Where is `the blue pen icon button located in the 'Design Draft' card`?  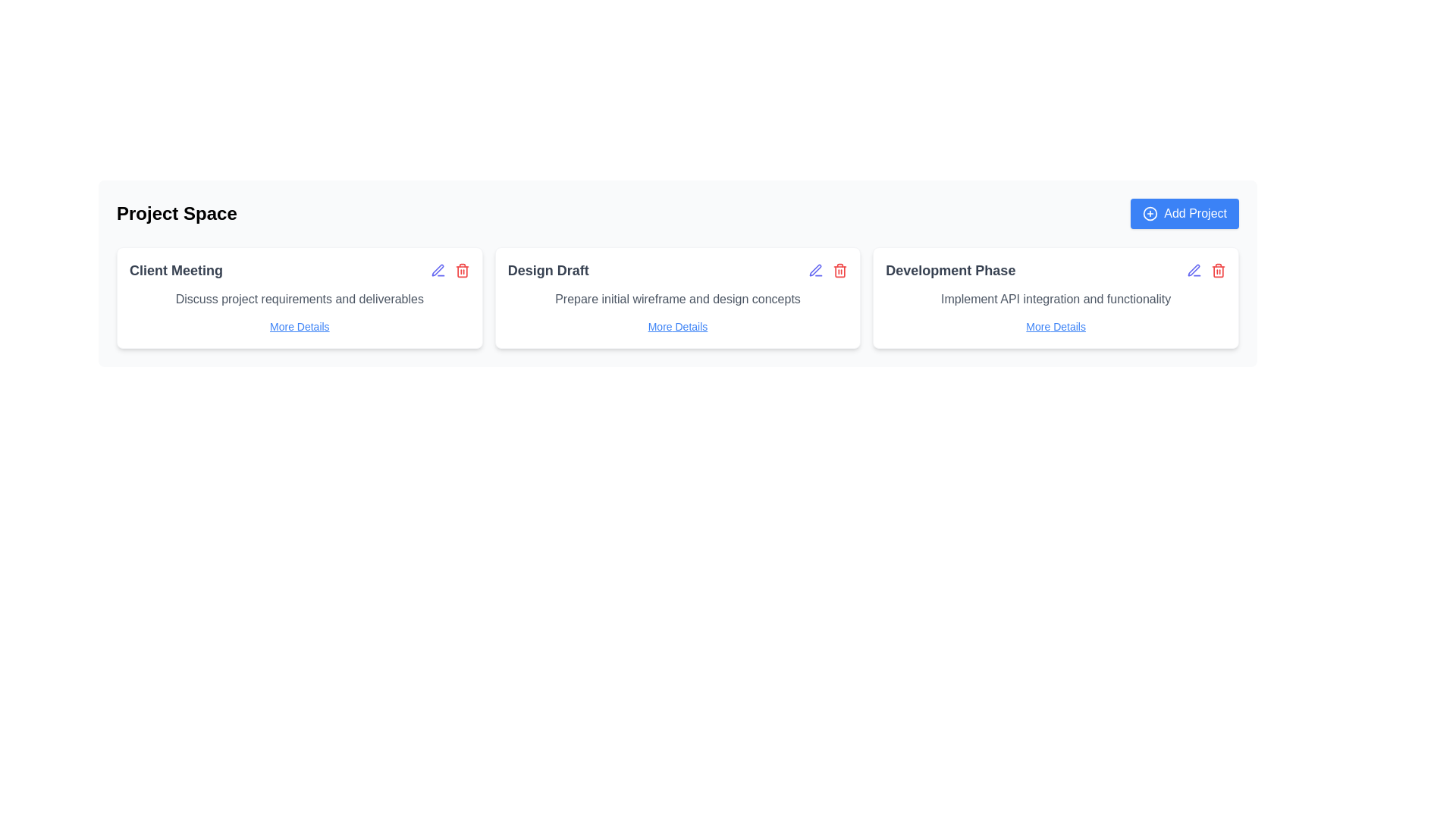
the blue pen icon button located in the 'Design Draft' card is located at coordinates (814, 270).